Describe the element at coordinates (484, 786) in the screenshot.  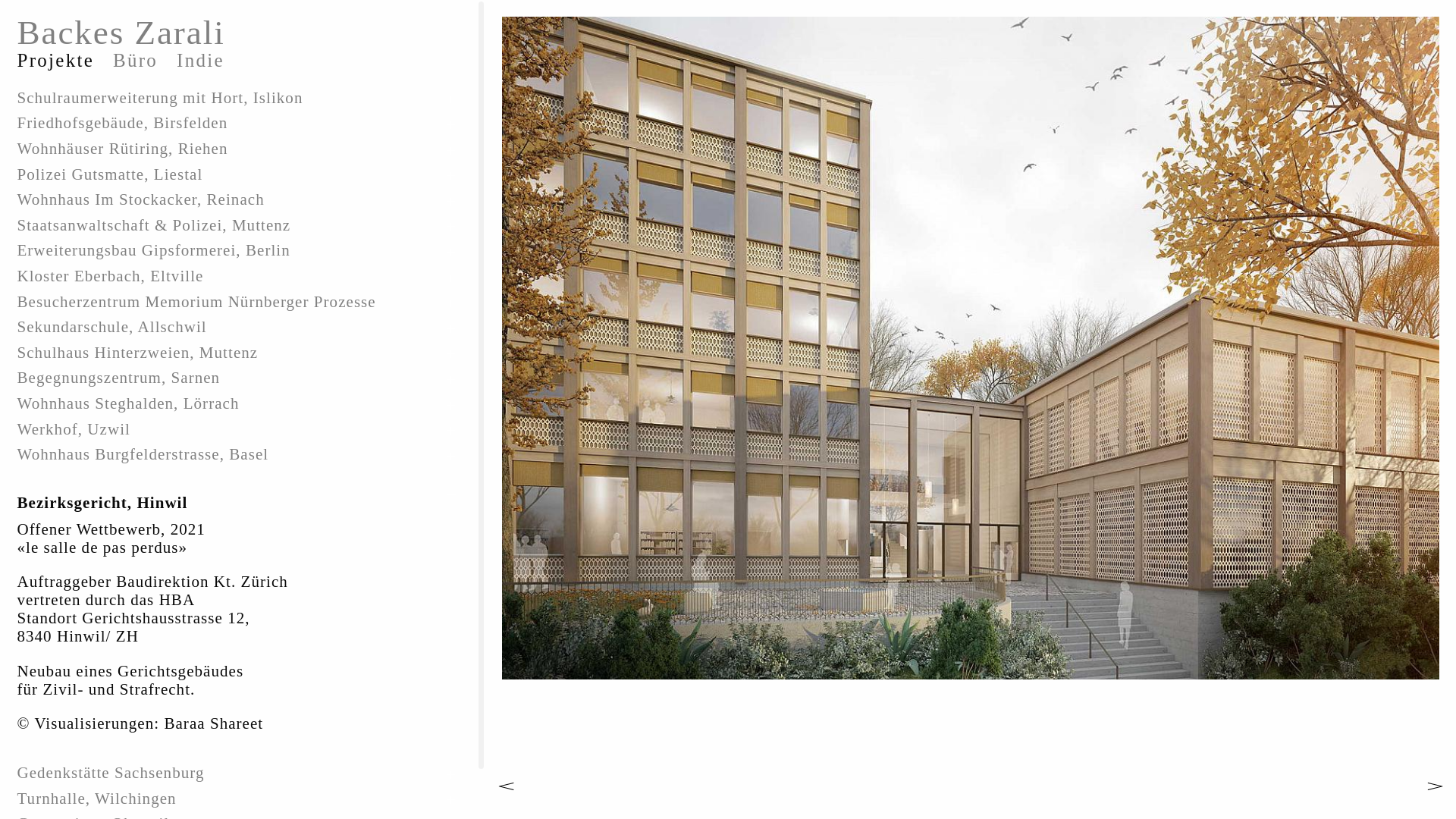
I see `'<'` at that location.